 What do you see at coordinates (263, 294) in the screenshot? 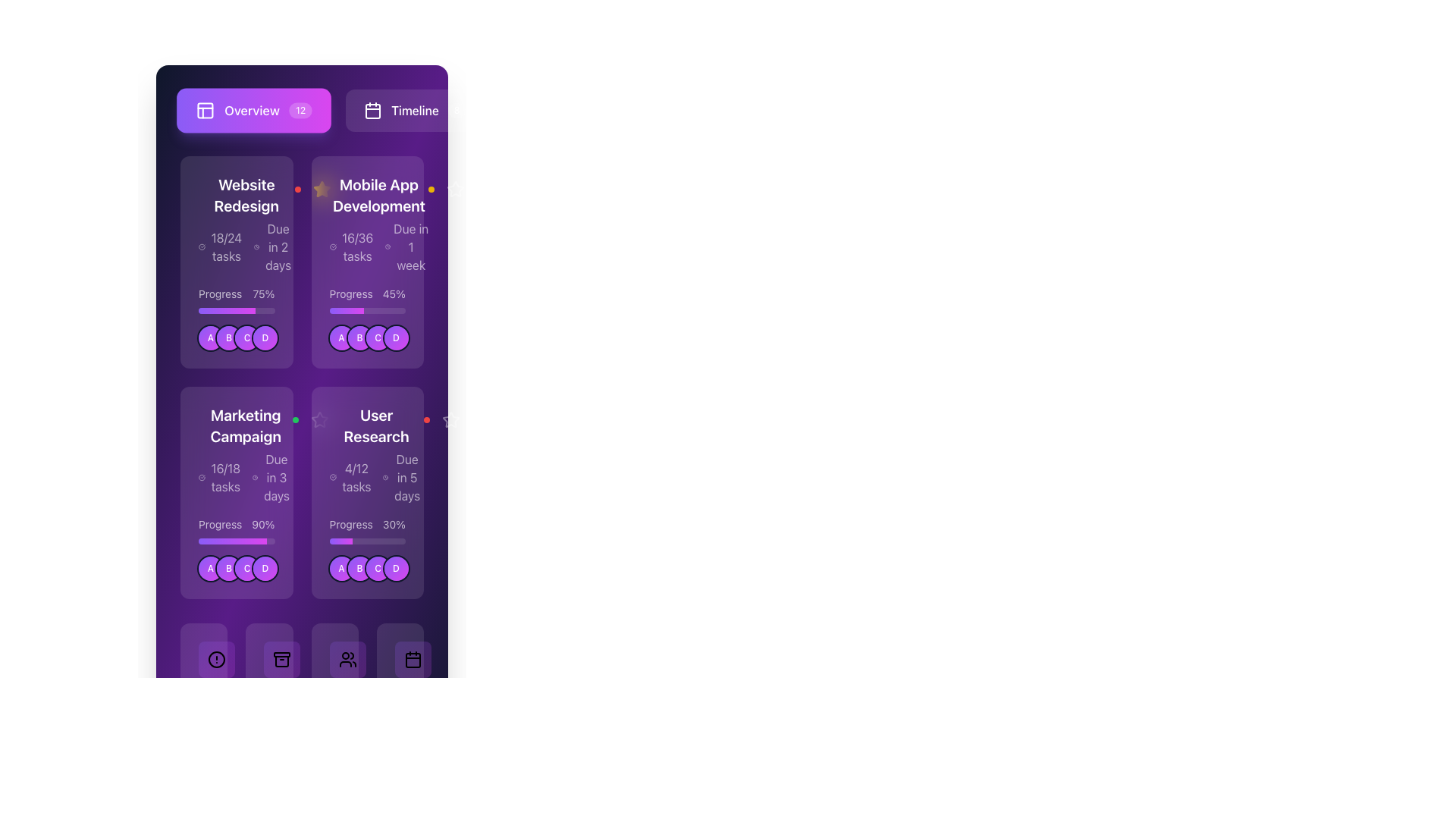
I see `the text label displaying '75%' in white on a dark purple background, which indicates progress for 'Website Redesign.'` at bounding box center [263, 294].